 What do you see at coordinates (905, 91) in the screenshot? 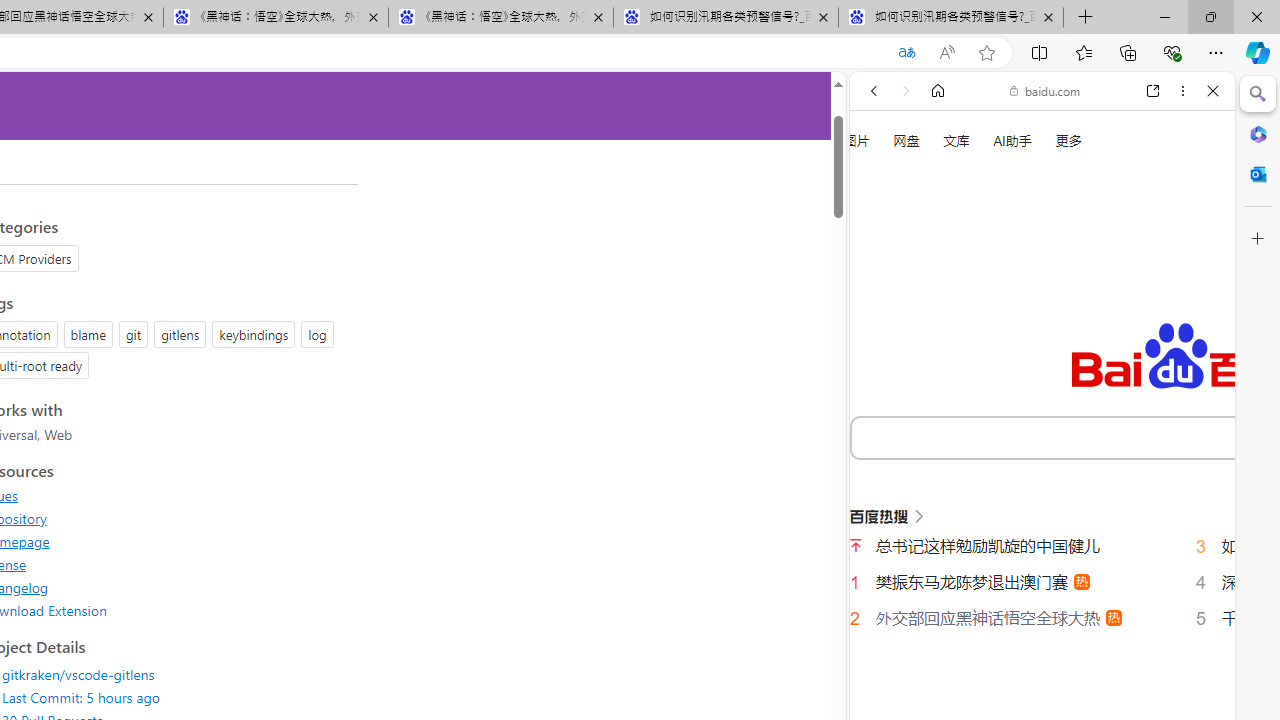
I see `'Forward'` at bounding box center [905, 91].